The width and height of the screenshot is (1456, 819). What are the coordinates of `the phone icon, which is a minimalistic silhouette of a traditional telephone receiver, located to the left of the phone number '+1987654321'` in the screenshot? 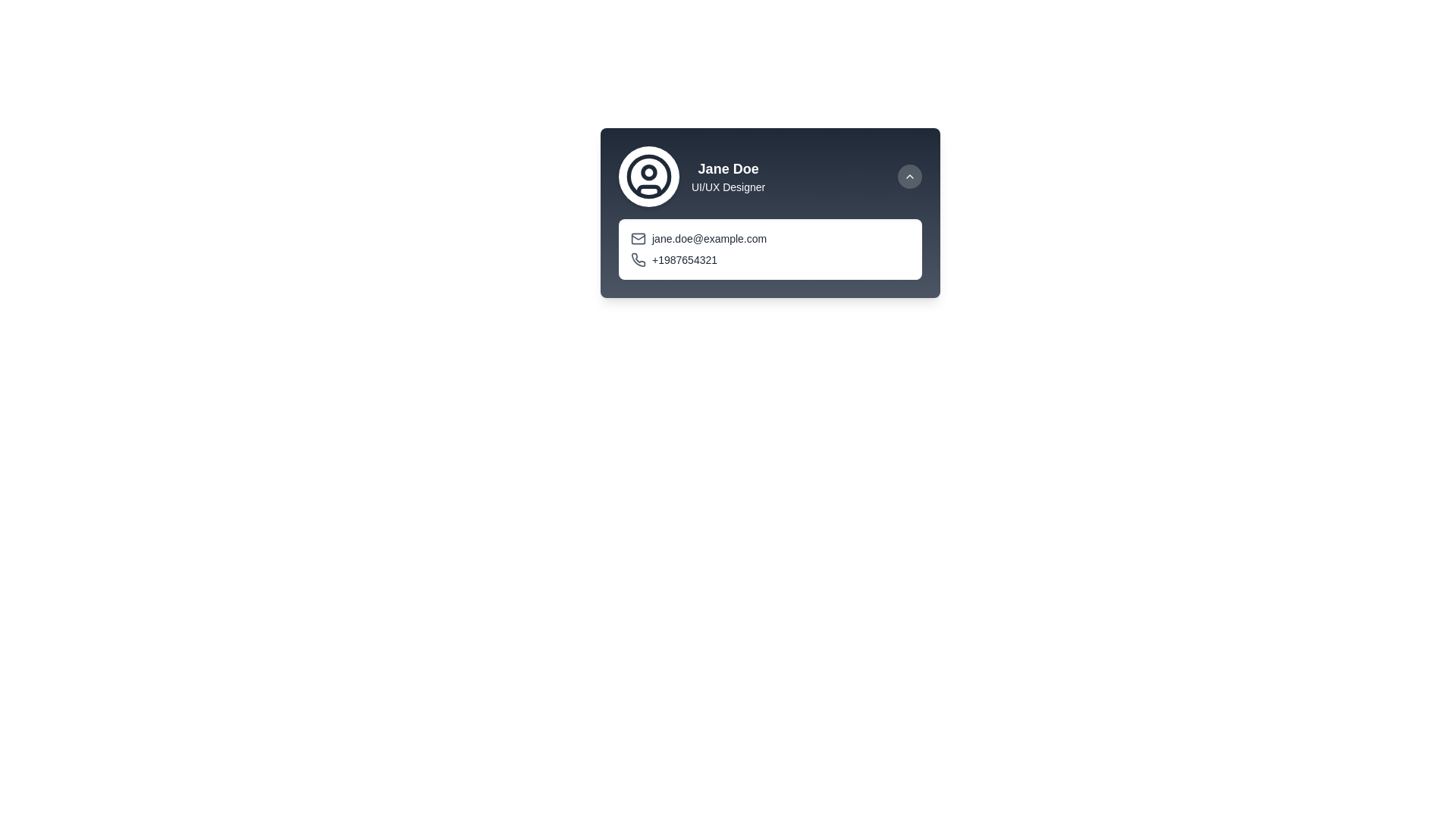 It's located at (639, 259).